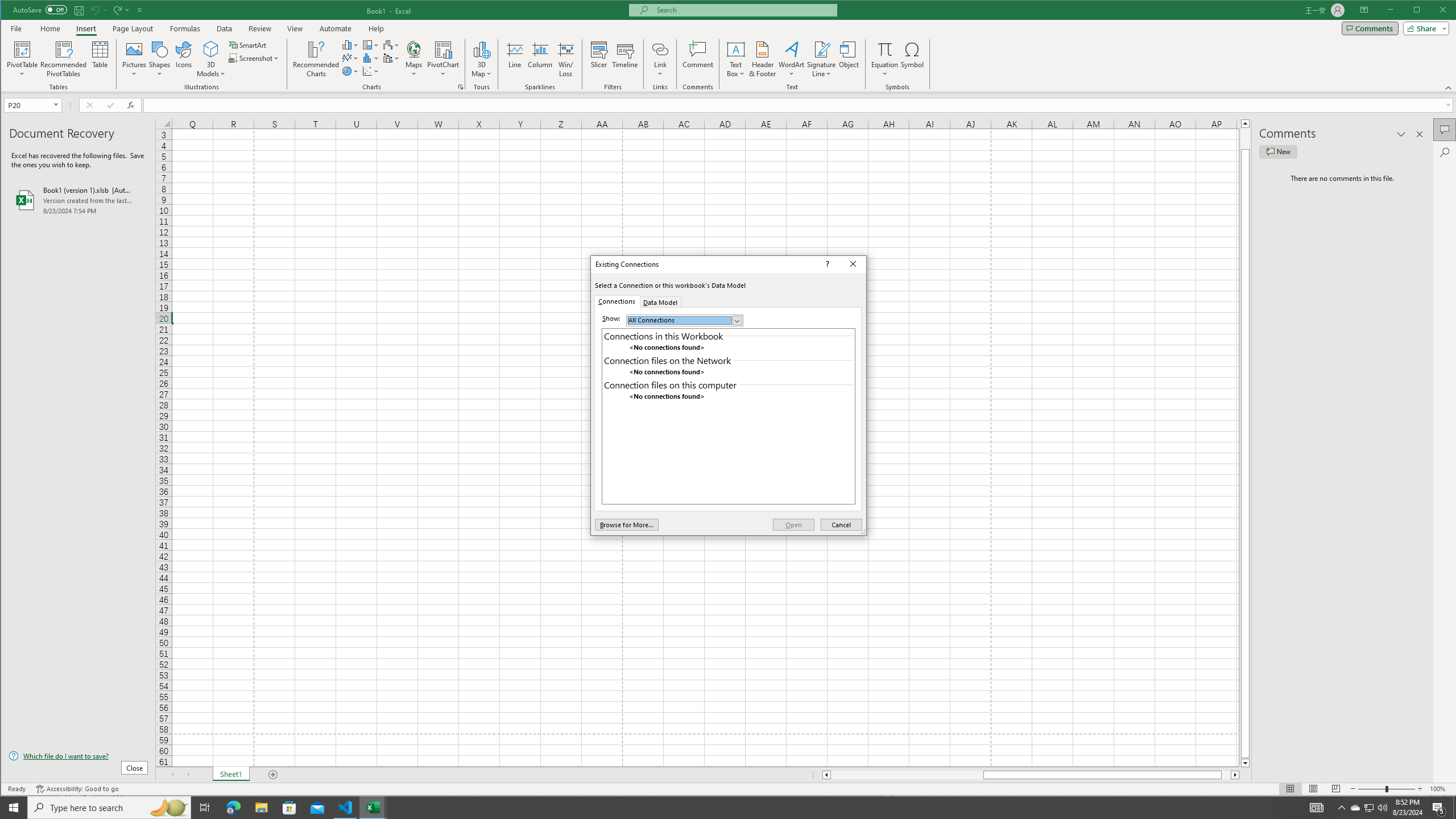 Image resolution: width=1456 pixels, height=819 pixels. I want to click on 'Visual Studio Code - 1 running window', so click(345, 806).